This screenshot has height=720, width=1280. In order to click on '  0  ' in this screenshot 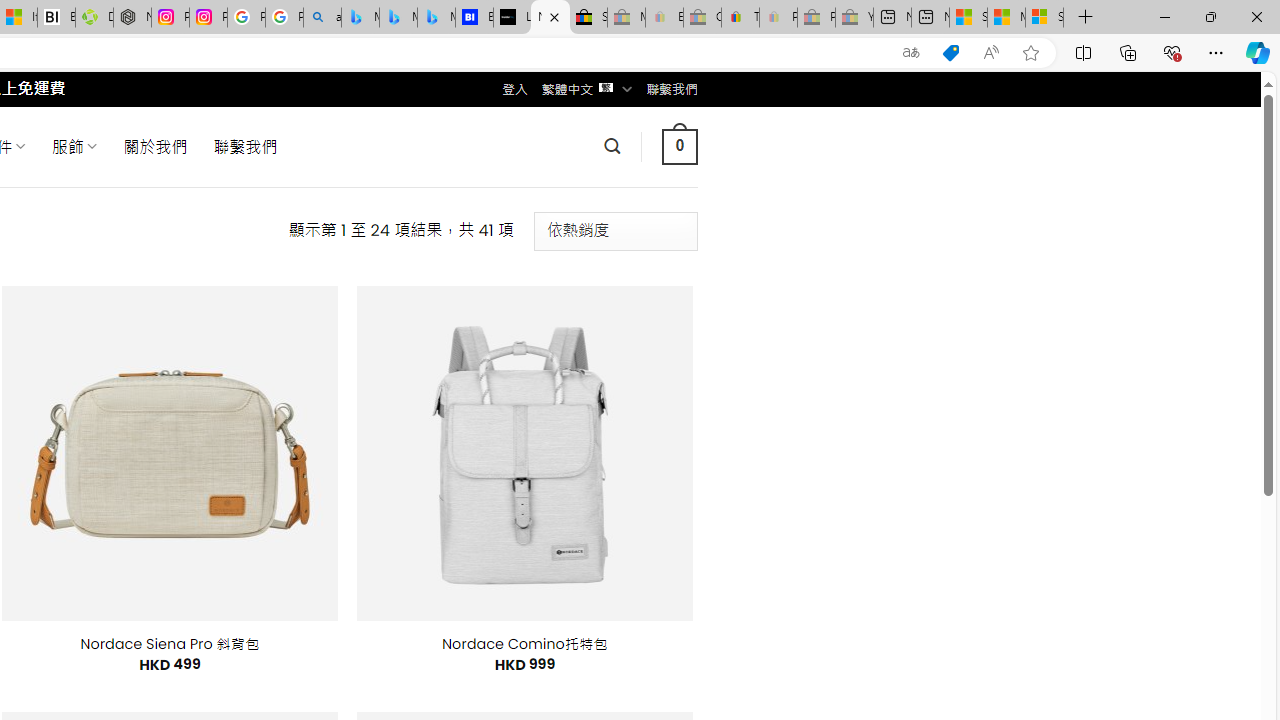, I will do `click(679, 145)`.